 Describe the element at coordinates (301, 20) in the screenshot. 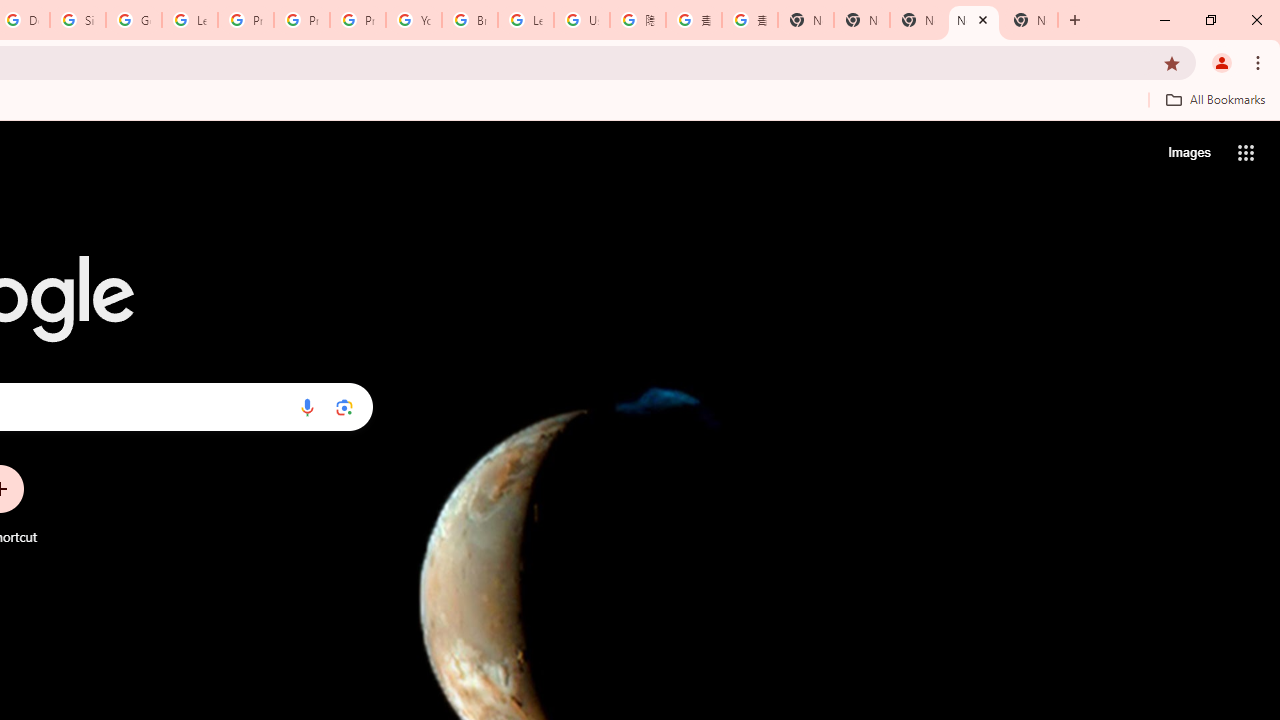

I see `'Privacy Help Center - Policies Help'` at that location.